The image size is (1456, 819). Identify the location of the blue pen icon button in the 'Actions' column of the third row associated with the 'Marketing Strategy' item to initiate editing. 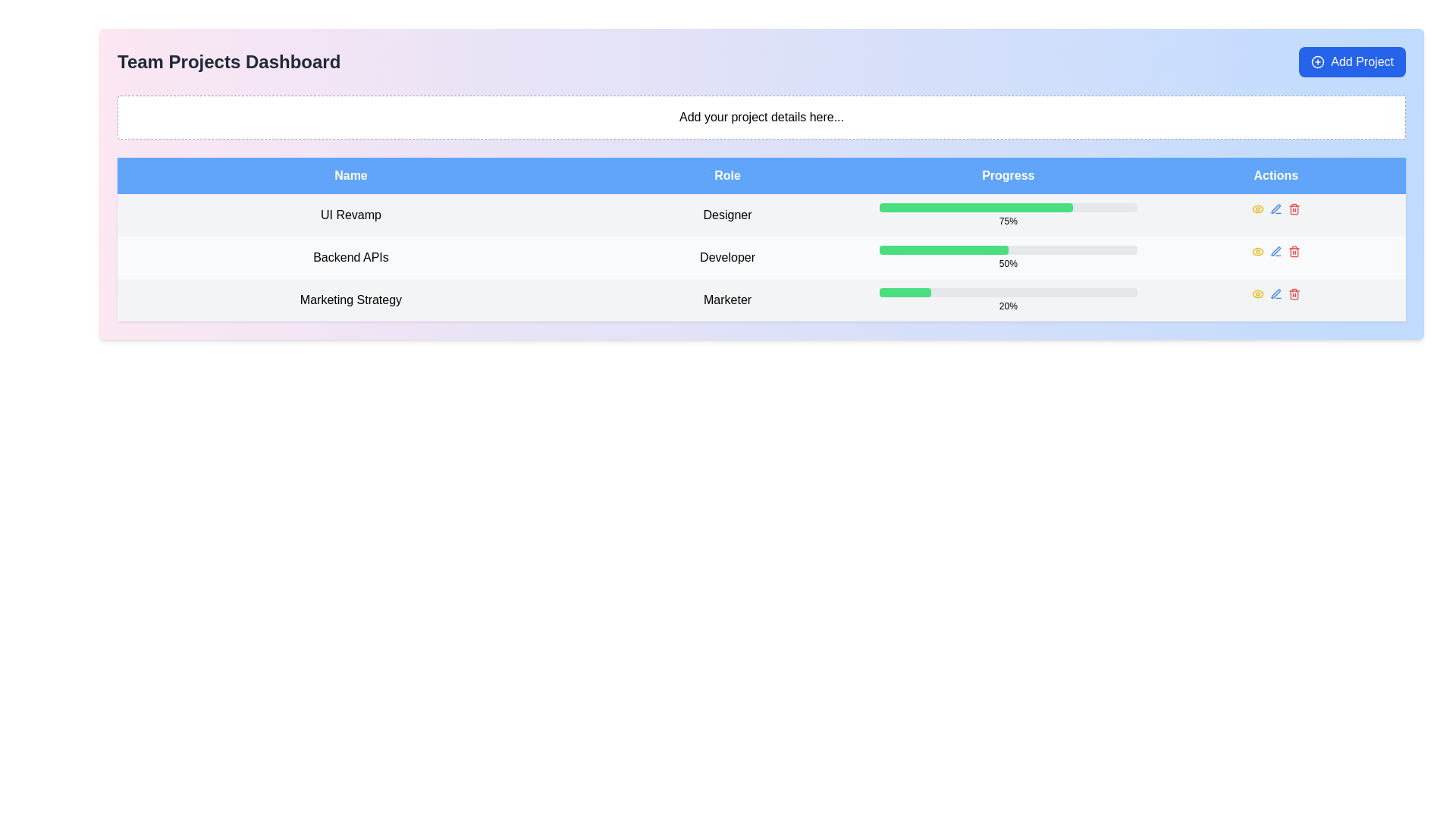
(1275, 294).